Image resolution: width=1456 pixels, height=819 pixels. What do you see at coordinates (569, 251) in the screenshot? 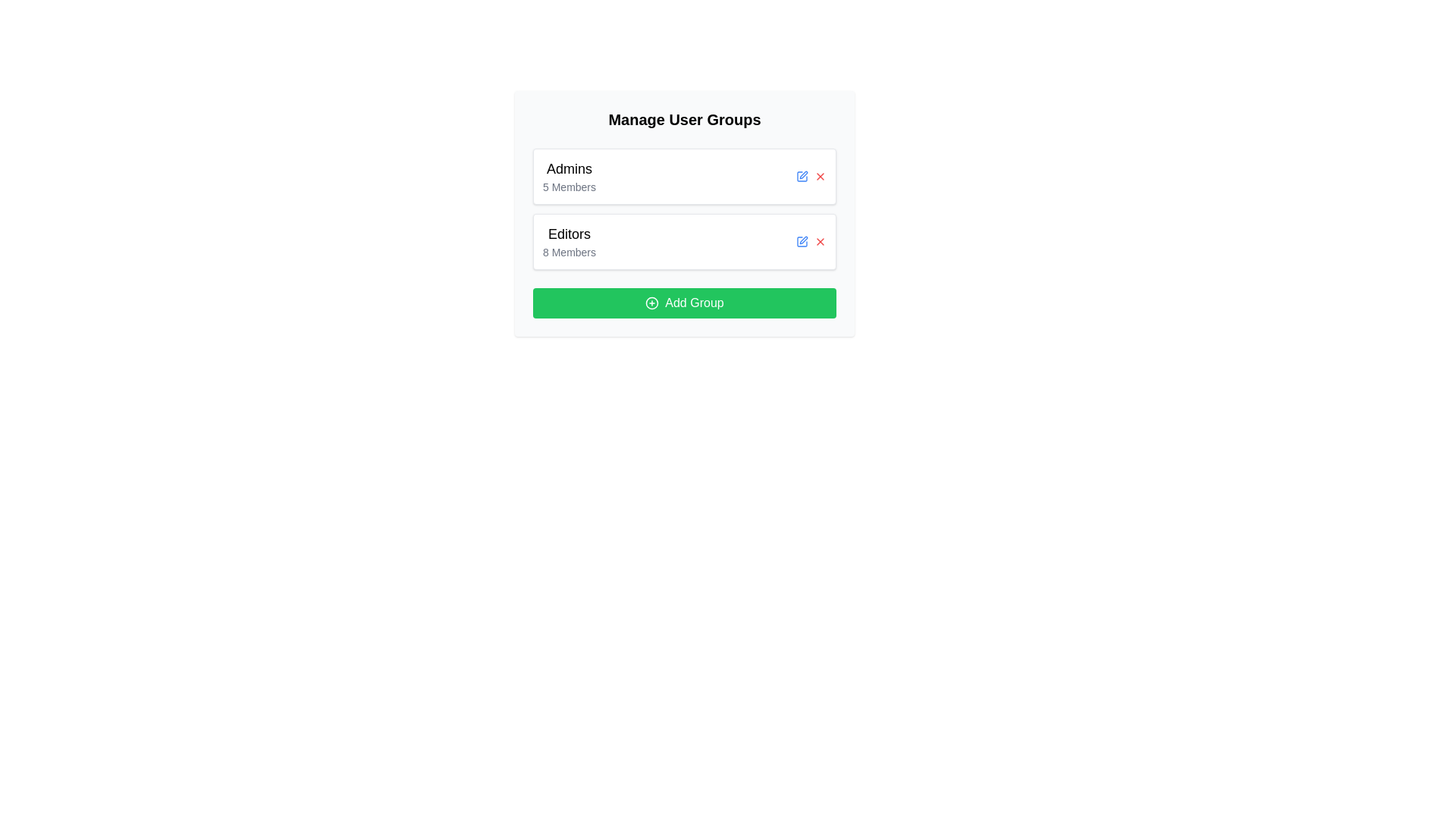
I see `the static text label indicating the number of members in the group labeled 'Editors', which is located directly below the 'Editors' text` at bounding box center [569, 251].